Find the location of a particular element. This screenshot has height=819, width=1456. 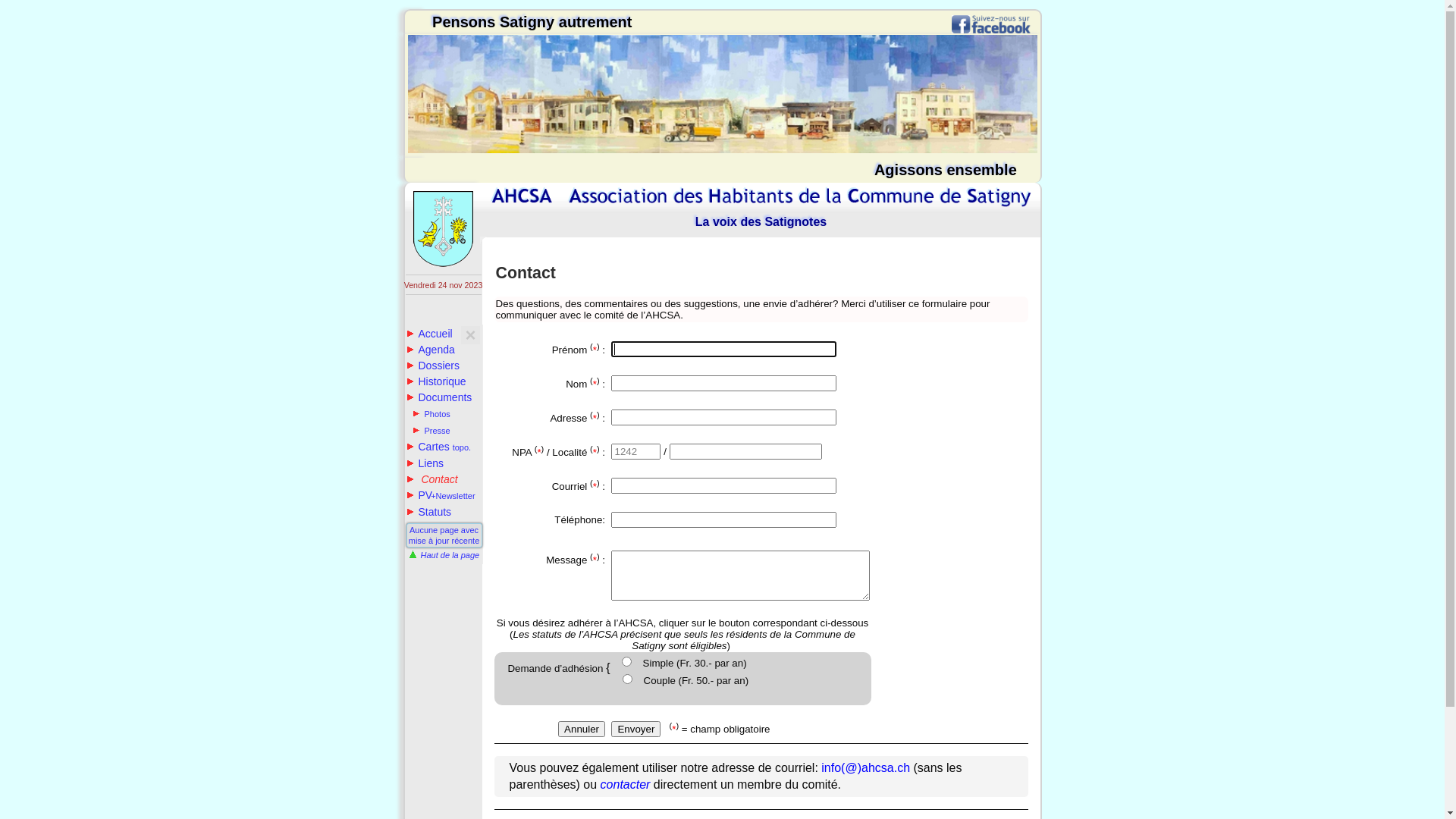

'Envoyer' is located at coordinates (635, 728).